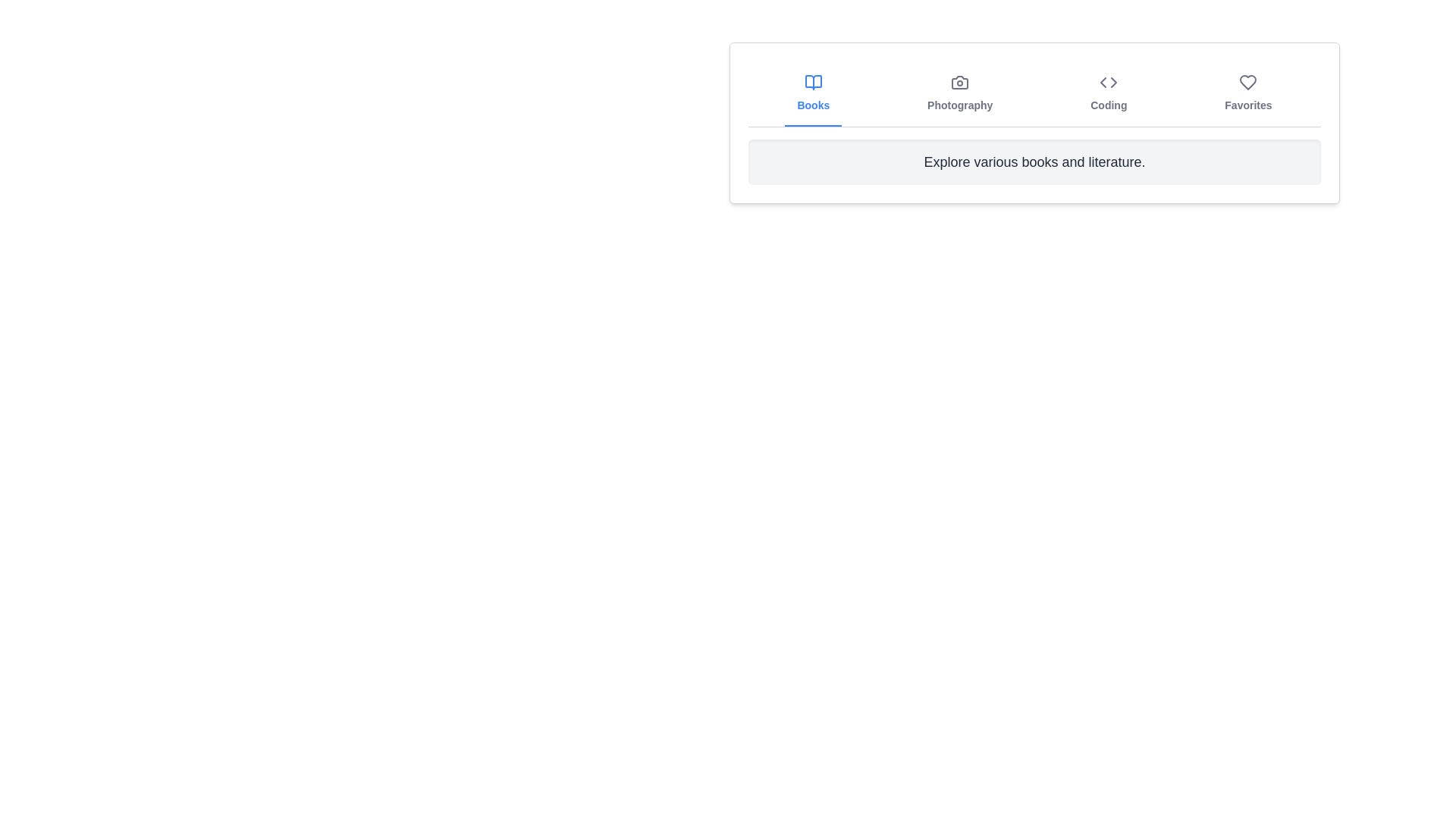  Describe the element at coordinates (1103, 82) in the screenshot. I see `the leftward triangle icon in the 'Coding' tab located in the top right section of the interface` at that location.